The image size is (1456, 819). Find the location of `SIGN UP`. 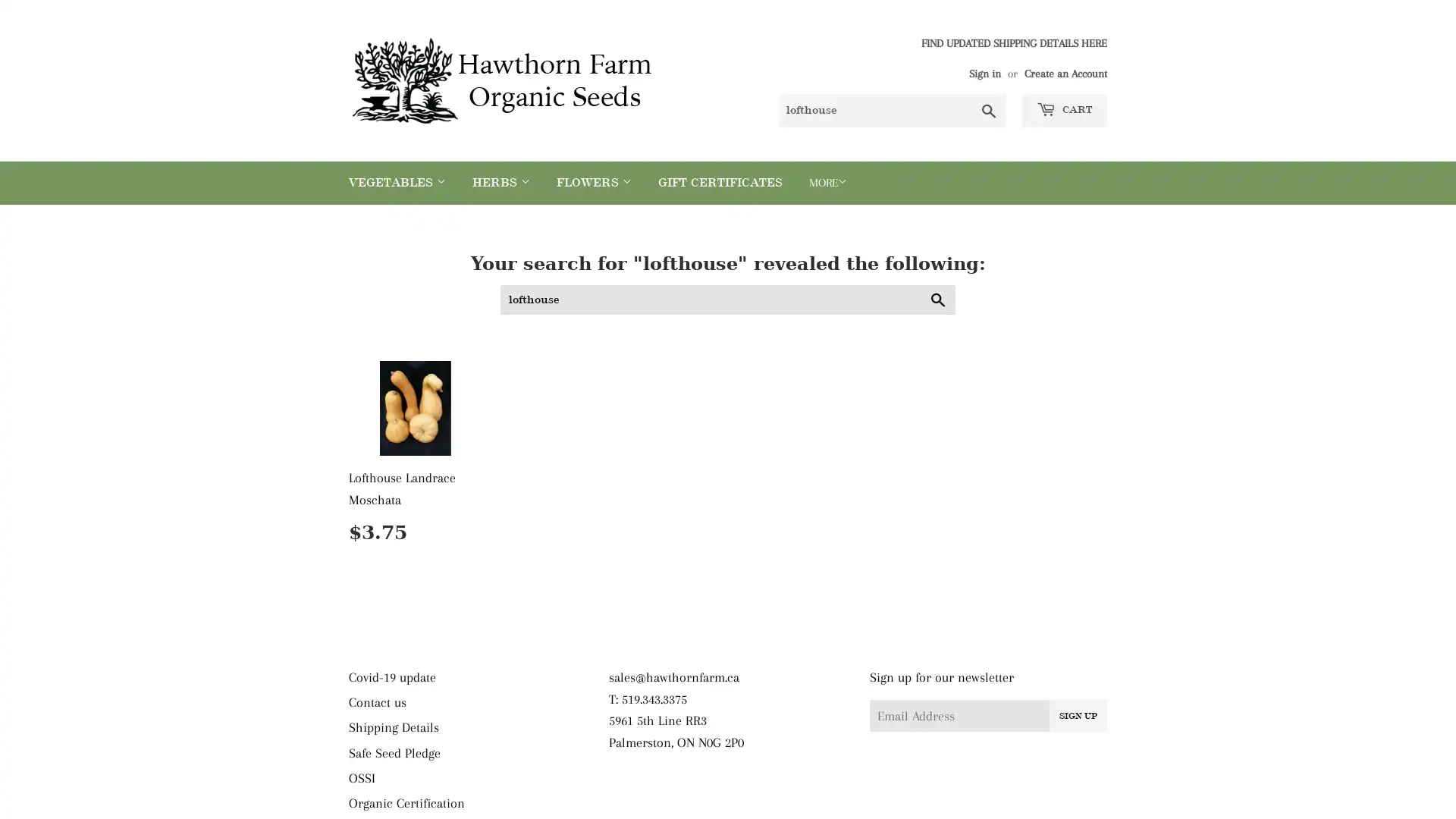

SIGN UP is located at coordinates (1076, 714).